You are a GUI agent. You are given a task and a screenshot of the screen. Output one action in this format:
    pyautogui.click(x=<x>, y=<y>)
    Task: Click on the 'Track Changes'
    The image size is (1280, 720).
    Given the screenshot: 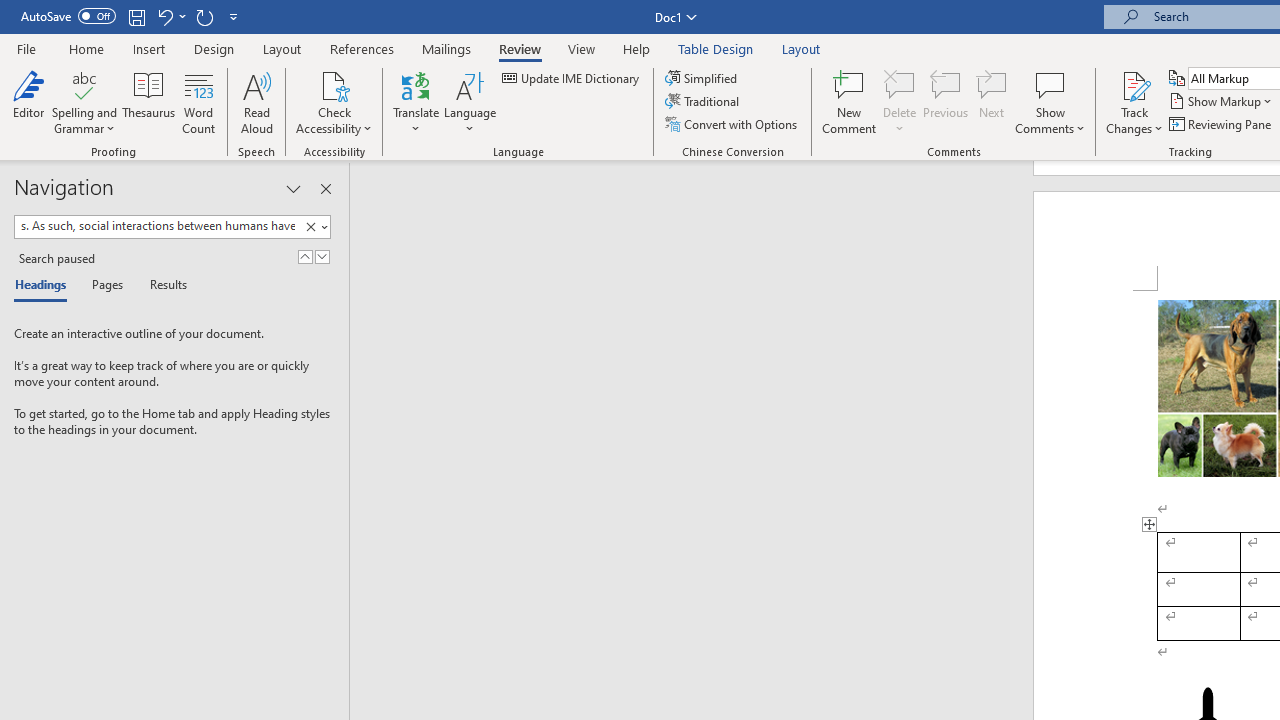 What is the action you would take?
    pyautogui.click(x=1134, y=103)
    